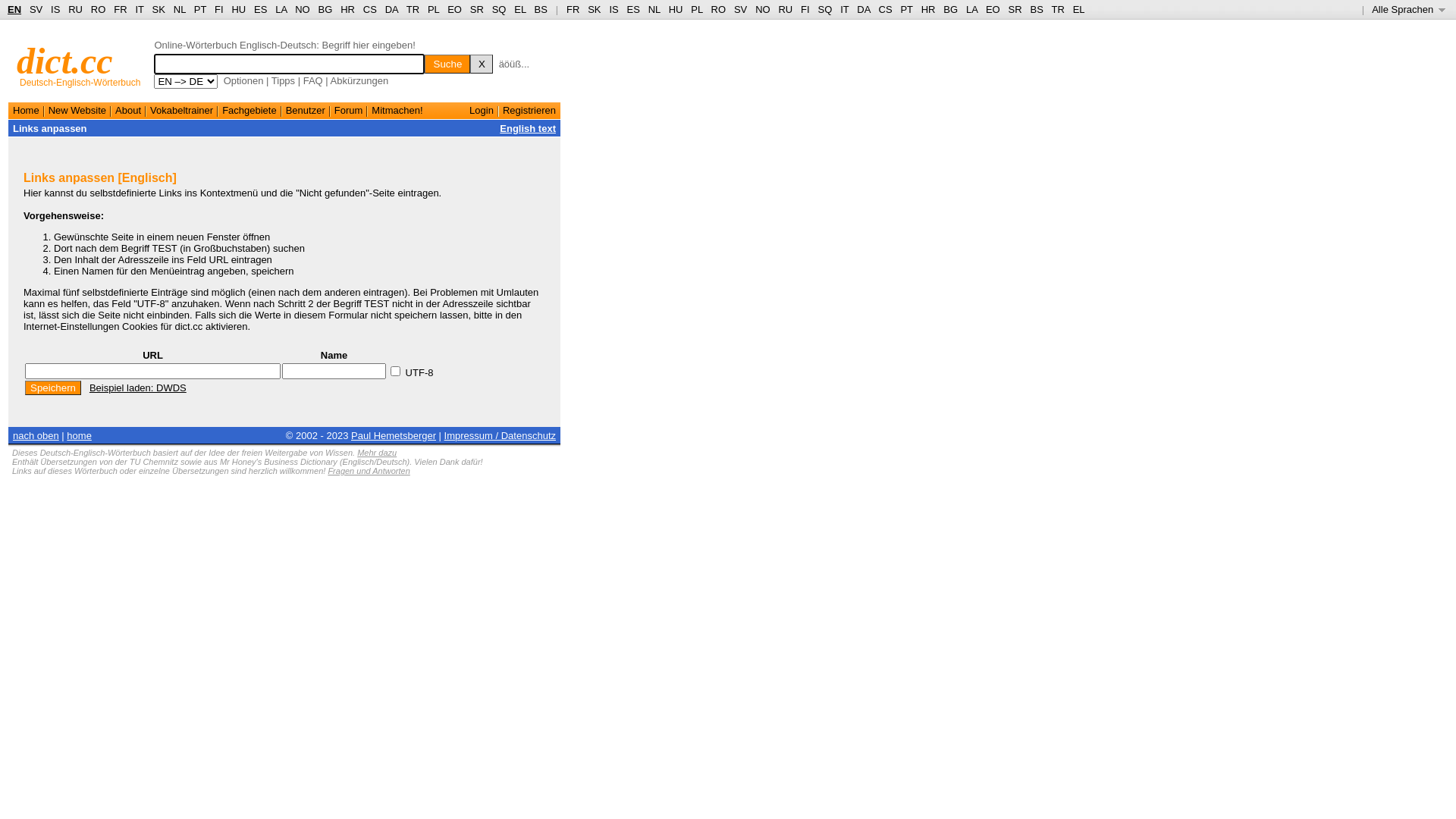 Image resolution: width=1456 pixels, height=819 pixels. Describe the element at coordinates (566, 9) in the screenshot. I see `'FR'` at that location.